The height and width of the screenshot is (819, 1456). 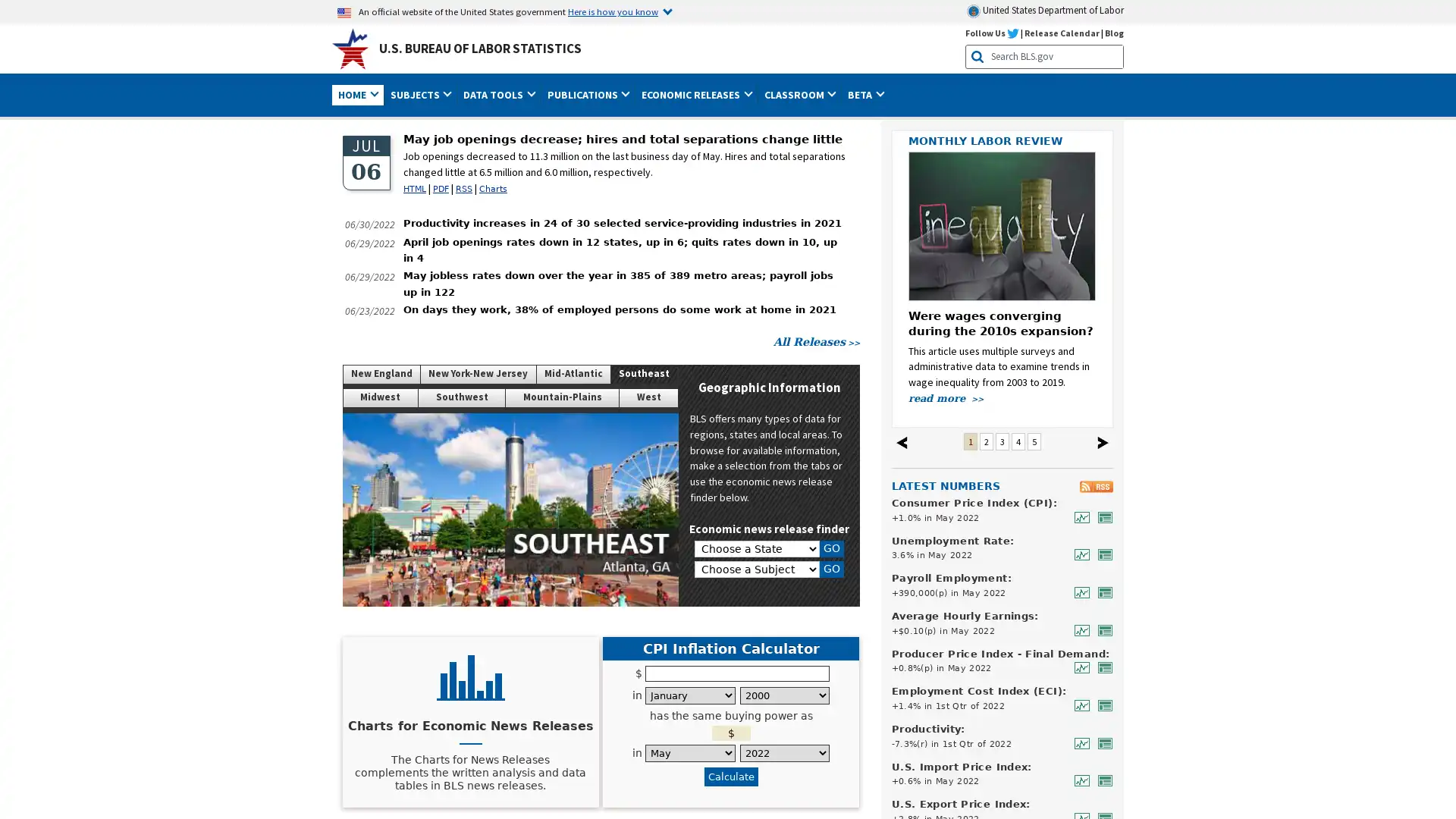 What do you see at coordinates (831, 568) in the screenshot?
I see `GO` at bounding box center [831, 568].